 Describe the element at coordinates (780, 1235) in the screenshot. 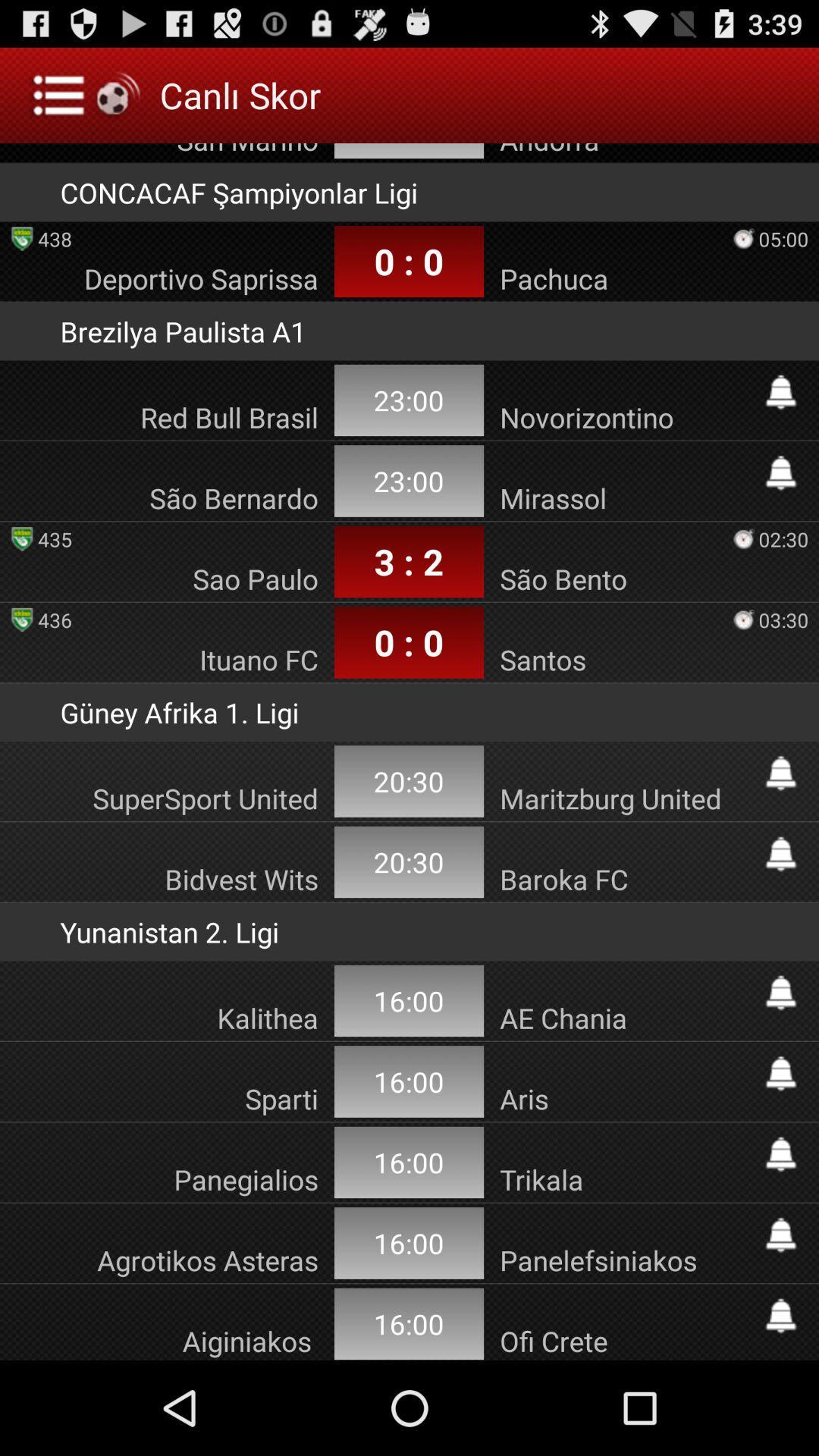

I see `turn off notifications` at that location.